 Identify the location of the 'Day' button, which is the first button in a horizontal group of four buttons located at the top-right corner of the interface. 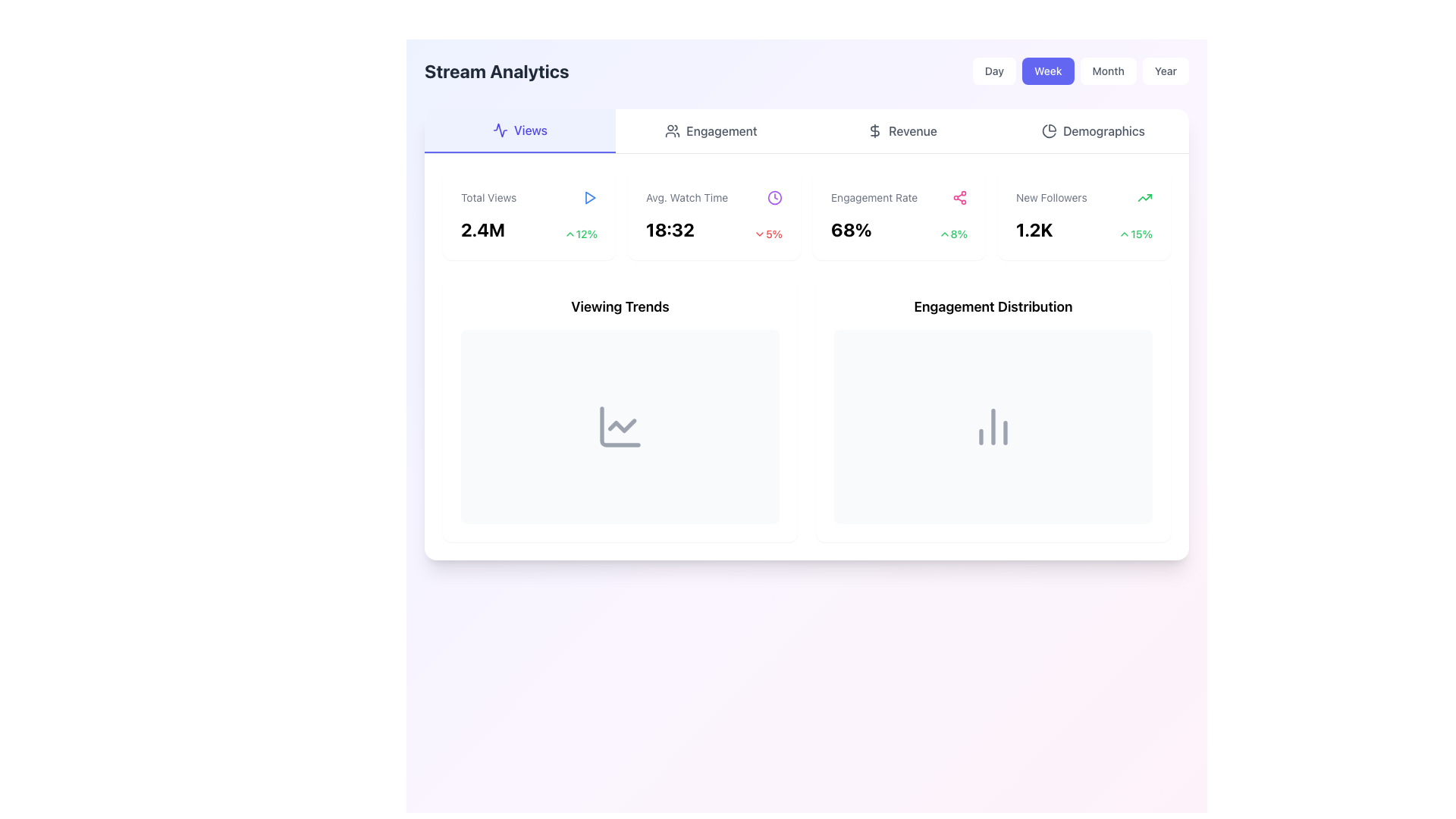
(994, 71).